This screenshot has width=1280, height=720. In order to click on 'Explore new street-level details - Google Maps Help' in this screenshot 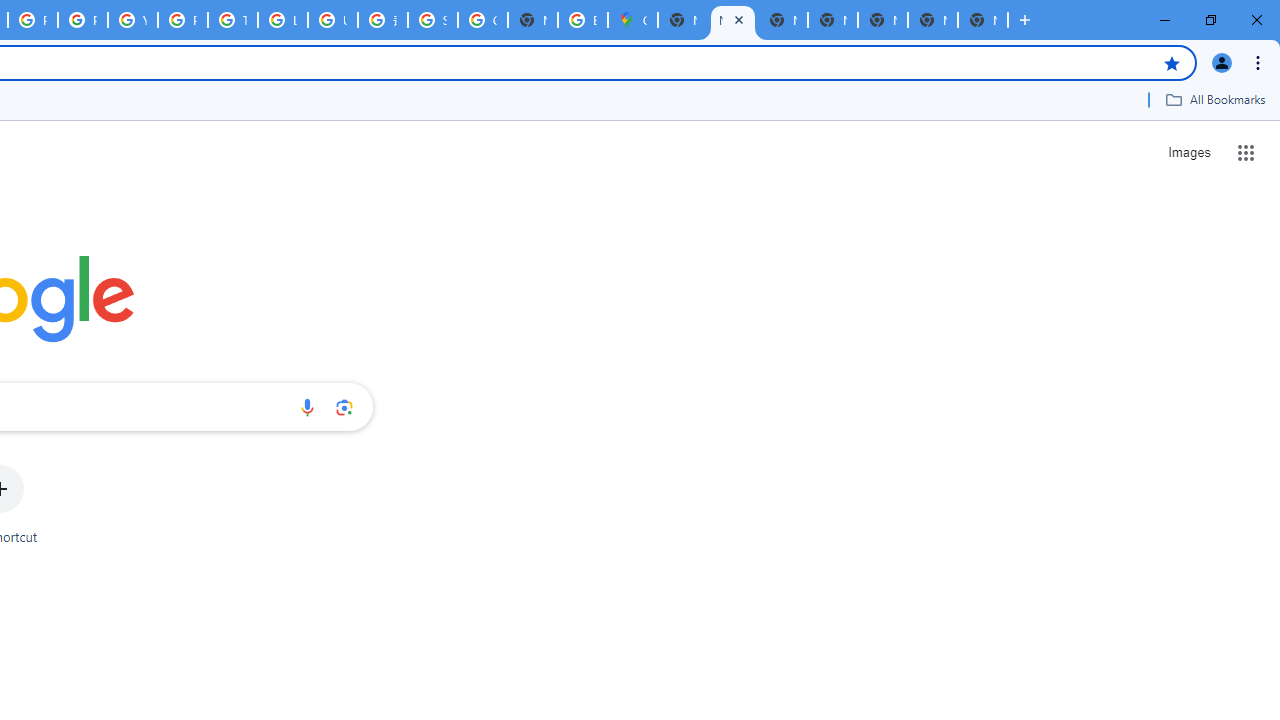, I will do `click(582, 20)`.